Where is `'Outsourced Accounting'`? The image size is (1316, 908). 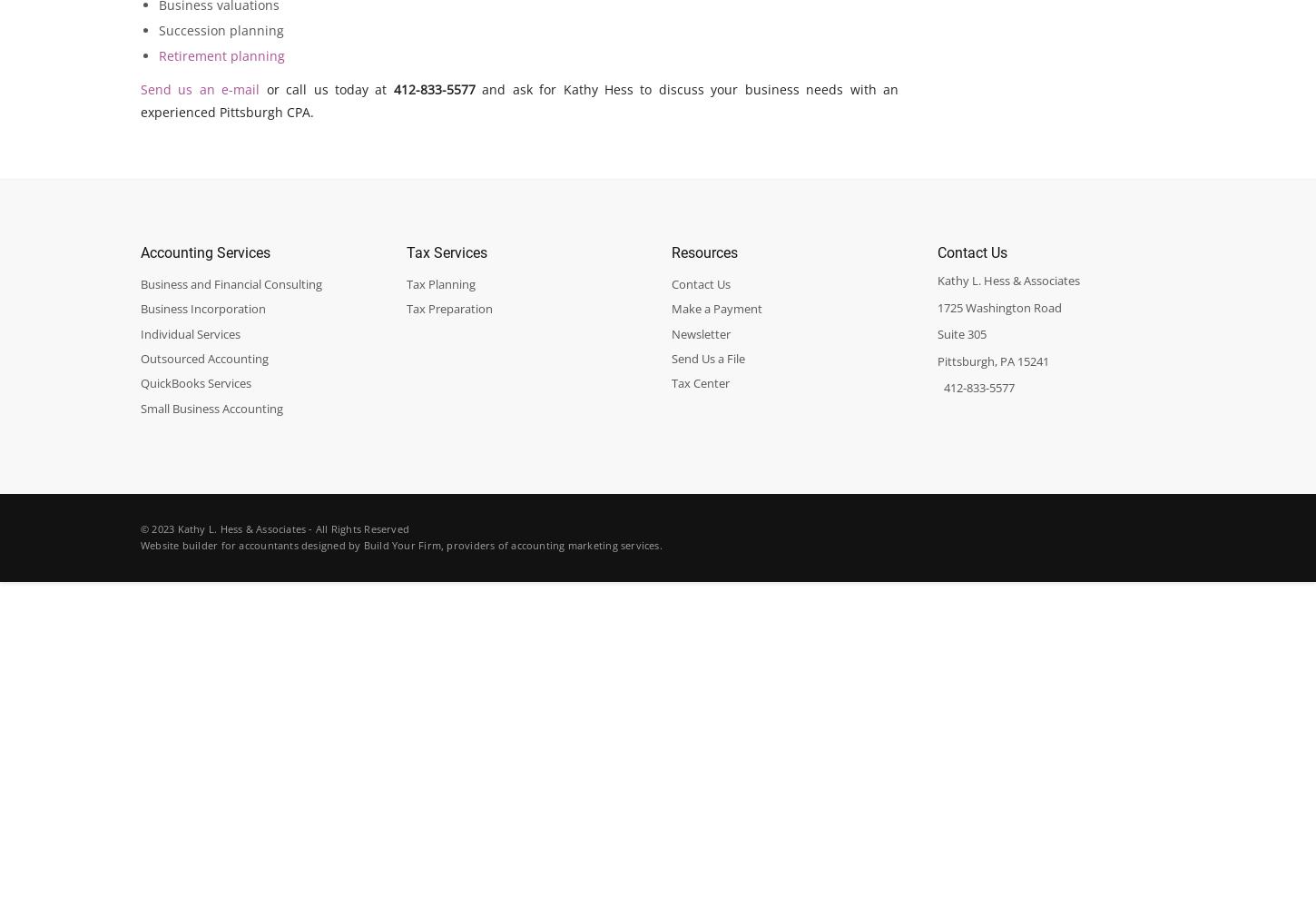 'Outsourced Accounting' is located at coordinates (203, 358).